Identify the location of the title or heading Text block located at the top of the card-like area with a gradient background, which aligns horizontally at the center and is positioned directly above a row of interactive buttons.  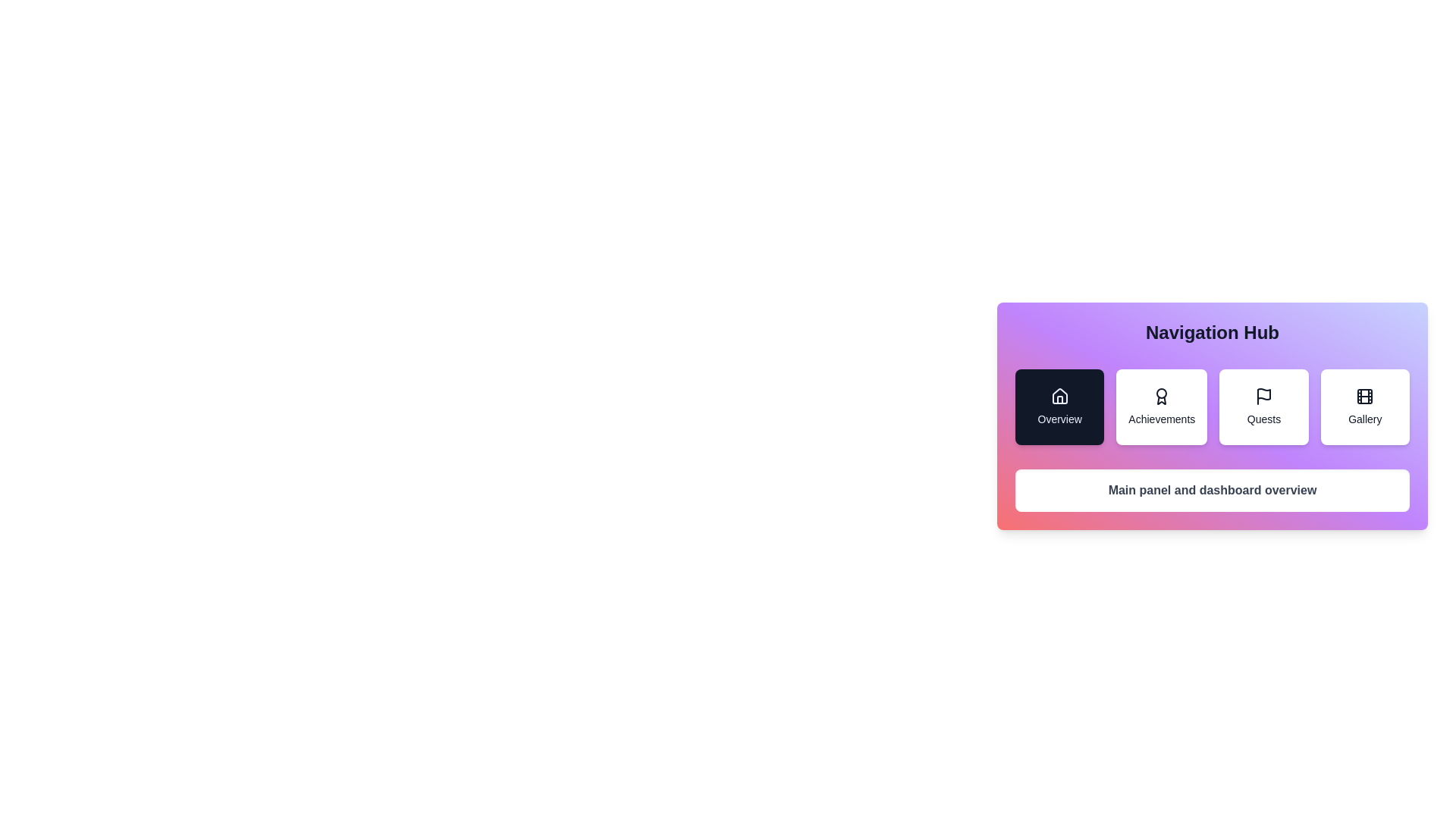
(1211, 332).